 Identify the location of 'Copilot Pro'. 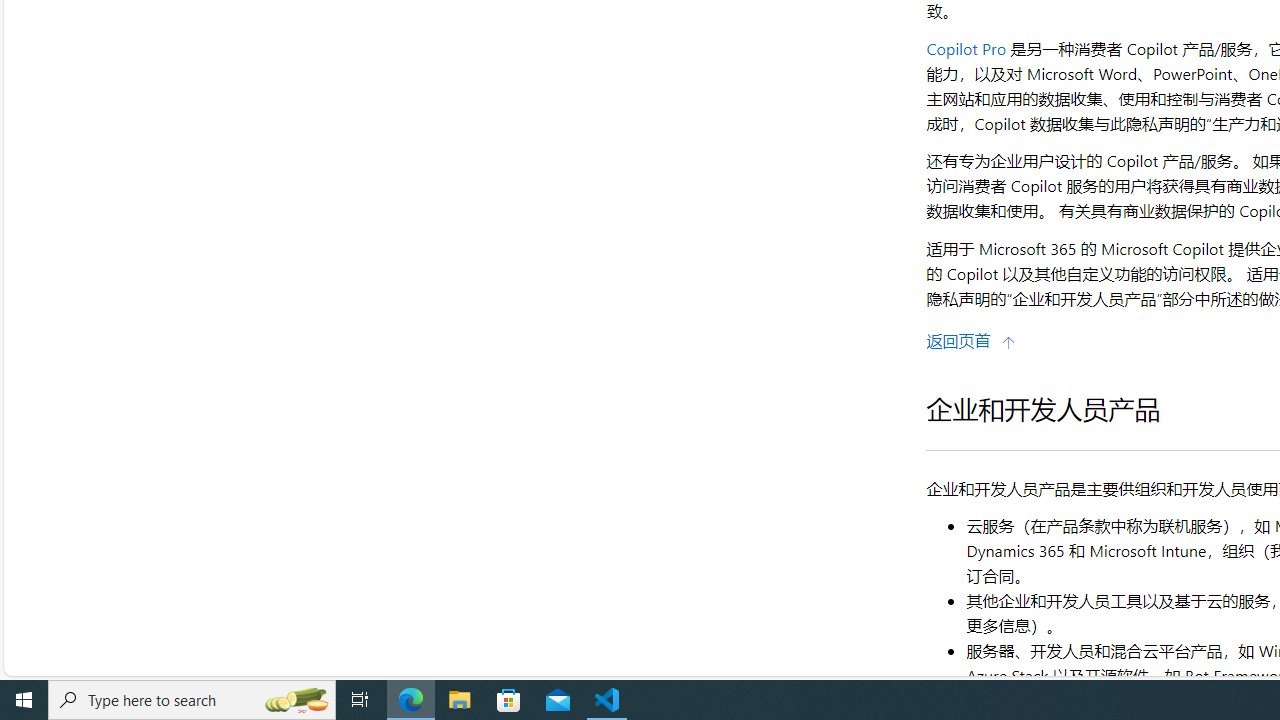
(965, 46).